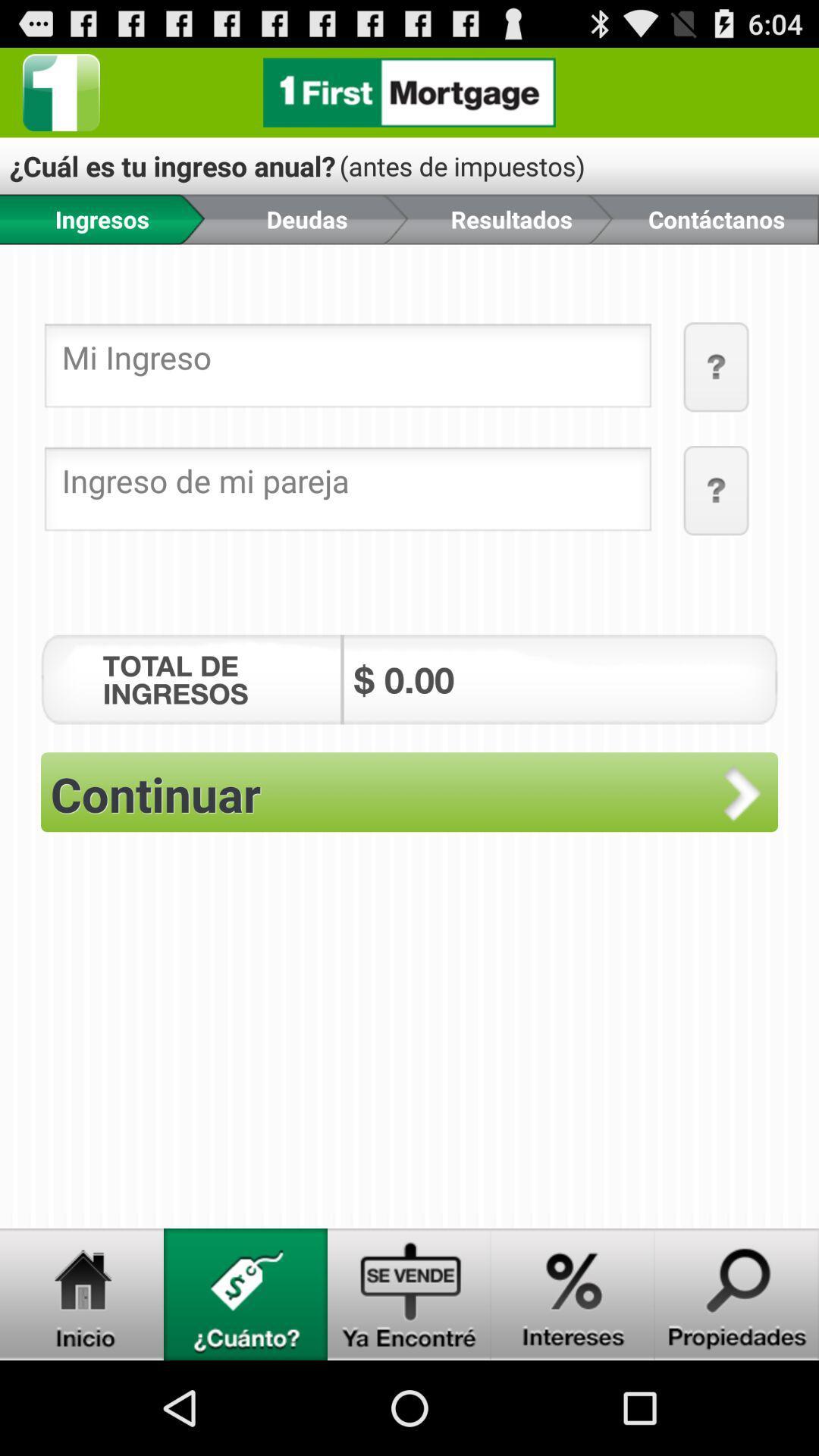  Describe the element at coordinates (736, 1385) in the screenshot. I see `the search icon` at that location.